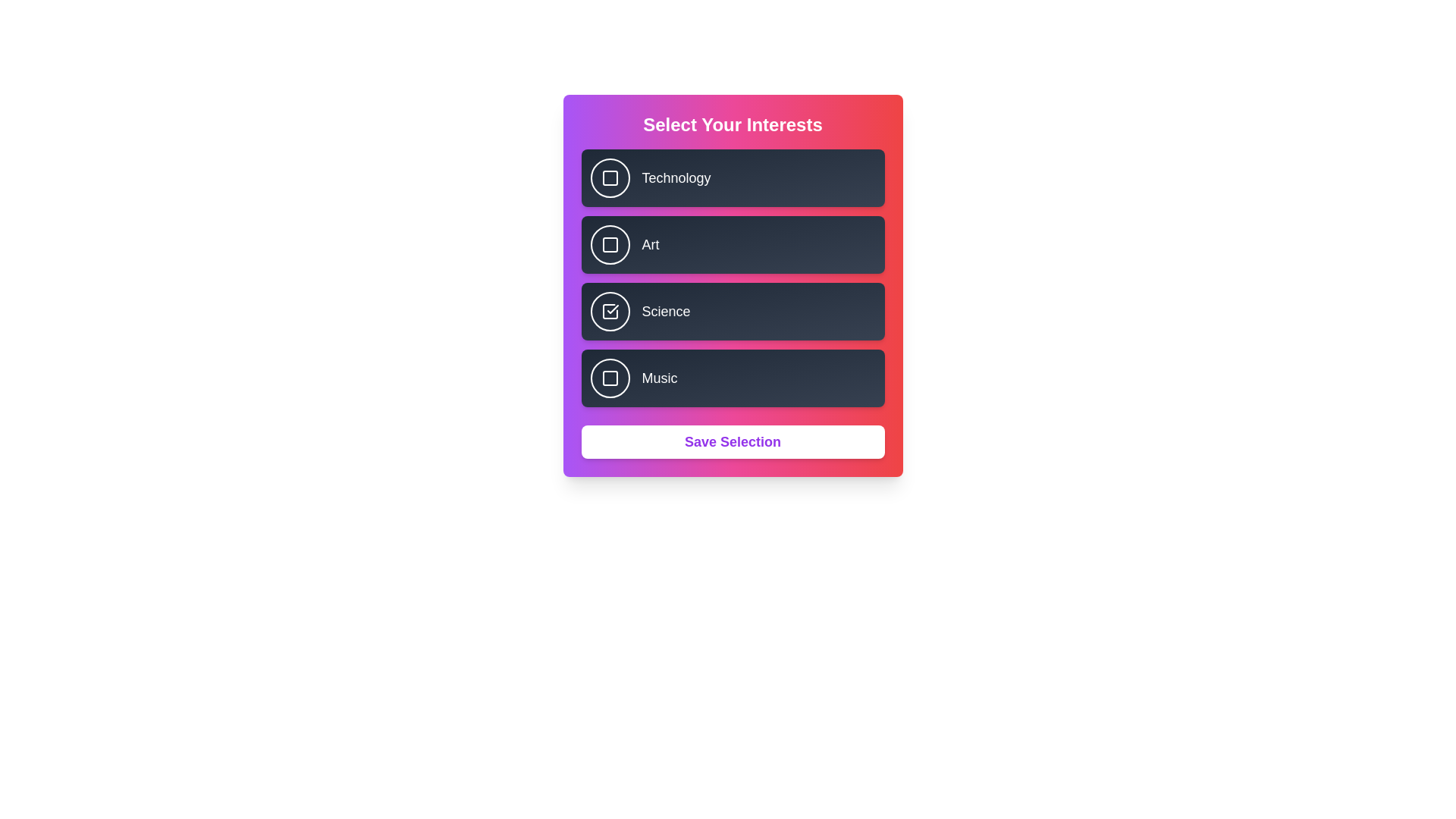  What do you see at coordinates (610, 377) in the screenshot?
I see `the interest Music` at bounding box center [610, 377].